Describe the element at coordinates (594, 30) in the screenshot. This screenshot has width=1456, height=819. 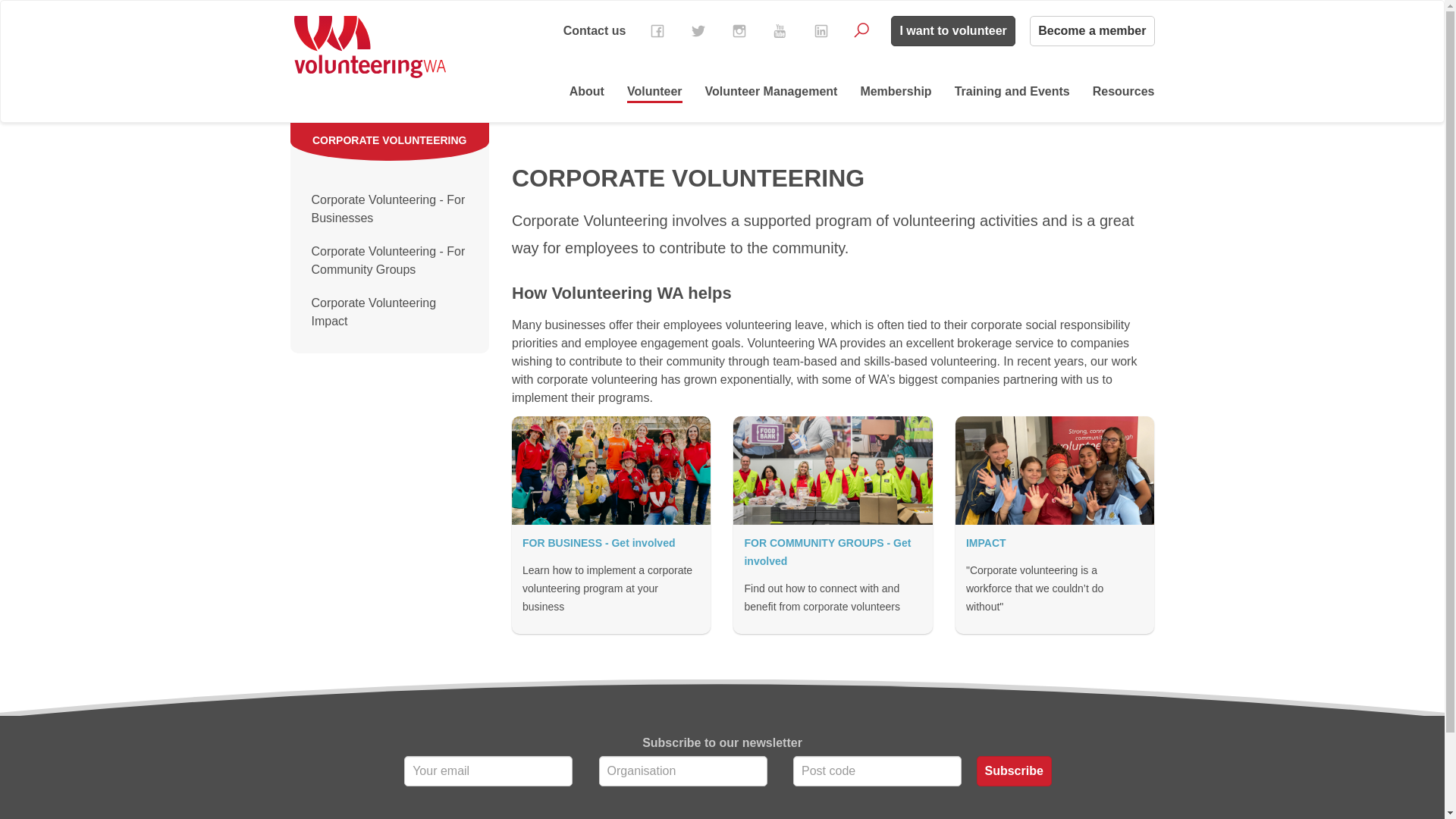
I see `'Contact us'` at that location.